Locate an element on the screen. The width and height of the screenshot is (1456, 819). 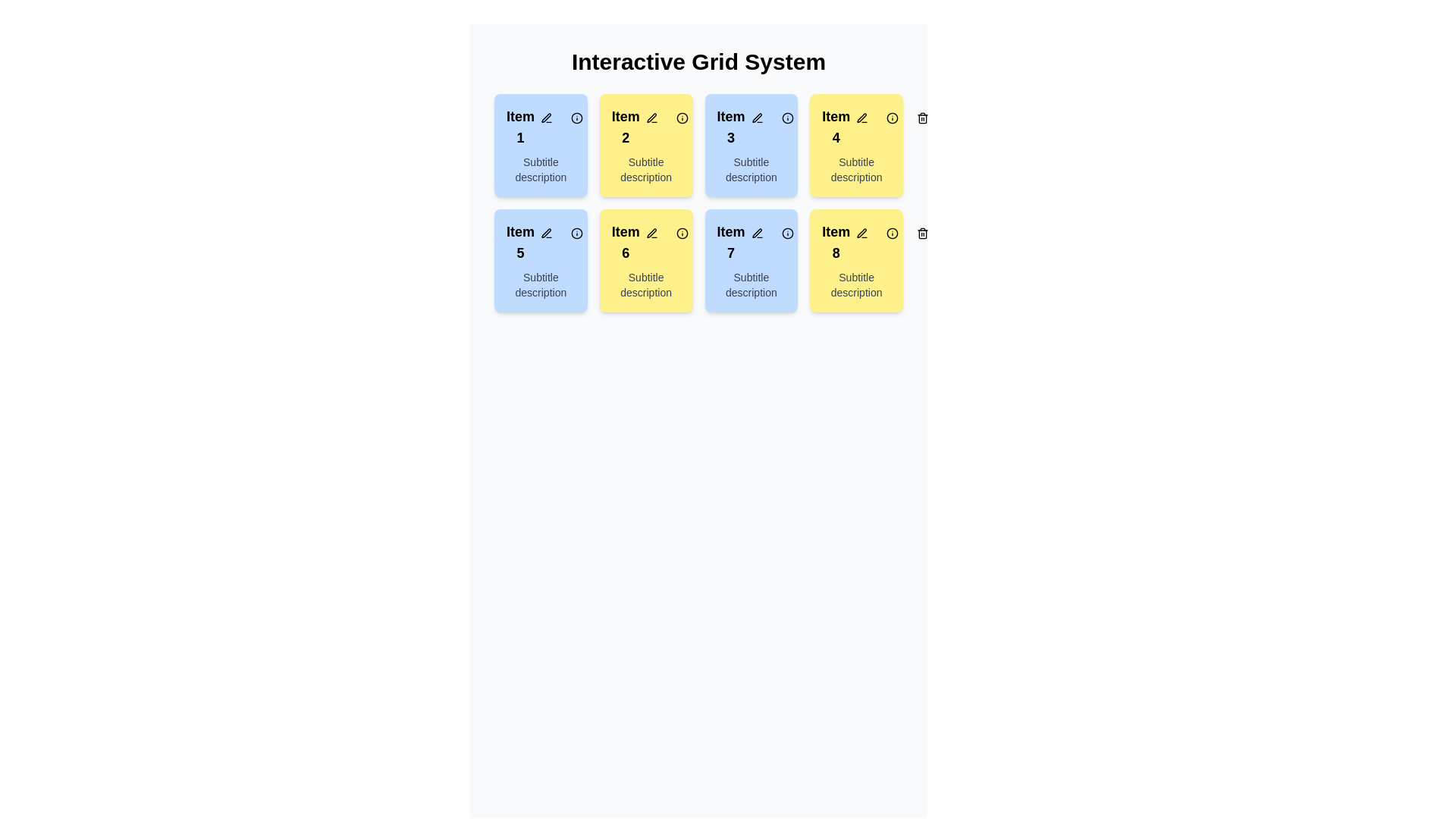
the circular button with a trash can icon located in the top-right corner of the card labeled 'Item 4' is located at coordinates (922, 117).